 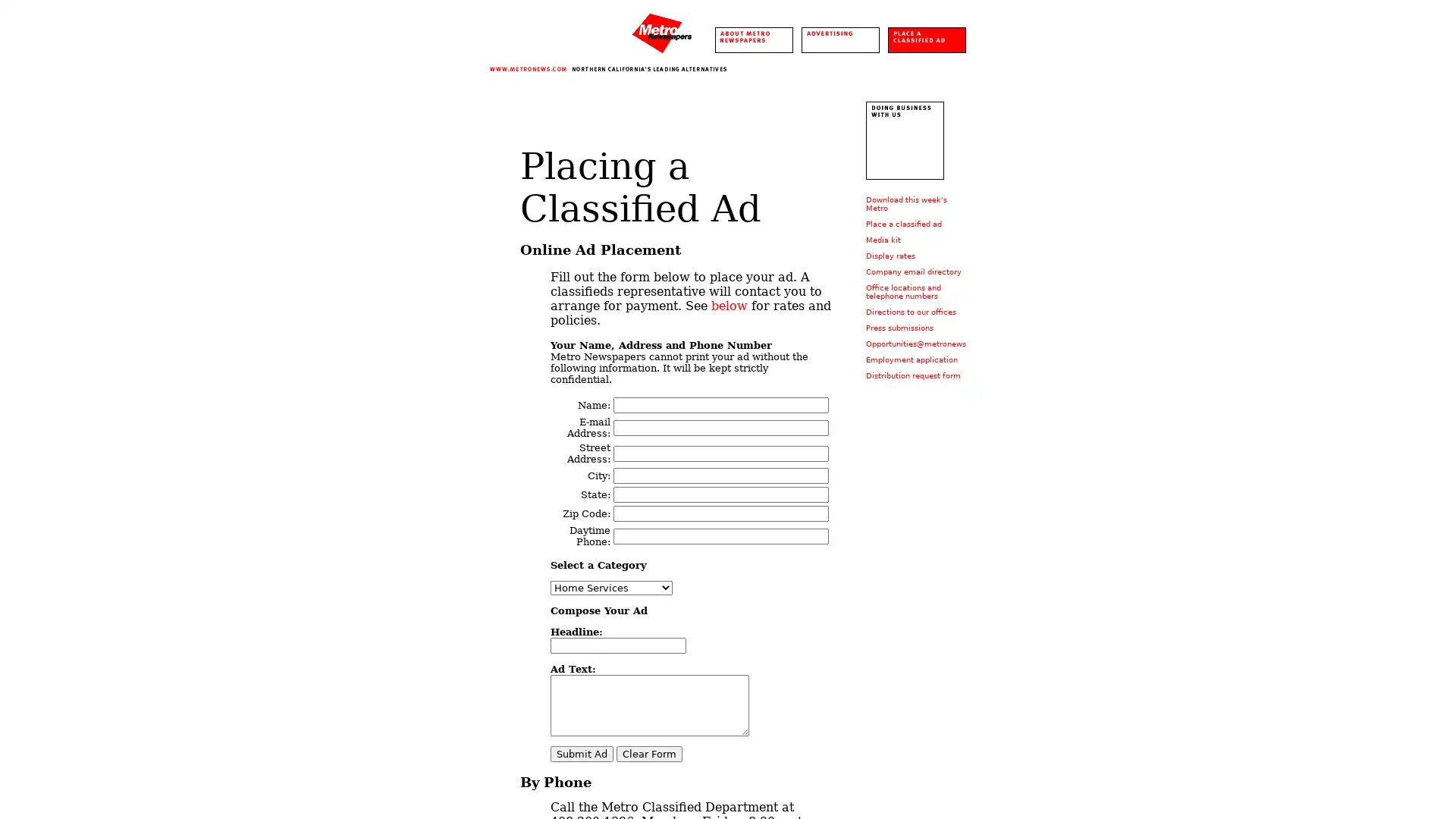 What do you see at coordinates (649, 754) in the screenshot?
I see `Clear Form` at bounding box center [649, 754].